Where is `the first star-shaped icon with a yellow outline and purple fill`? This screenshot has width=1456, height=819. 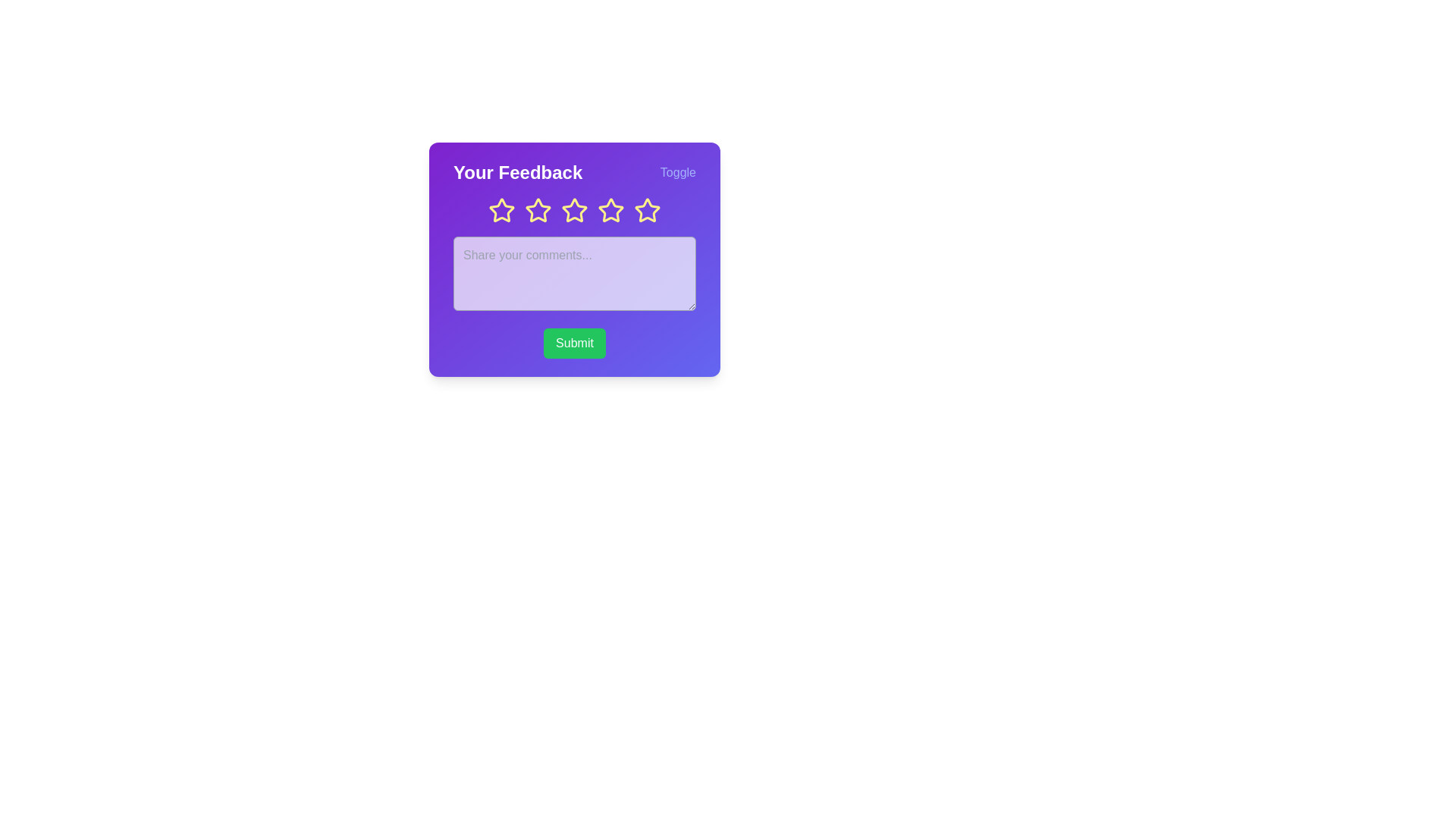
the first star-shaped icon with a yellow outline and purple fill is located at coordinates (501, 210).